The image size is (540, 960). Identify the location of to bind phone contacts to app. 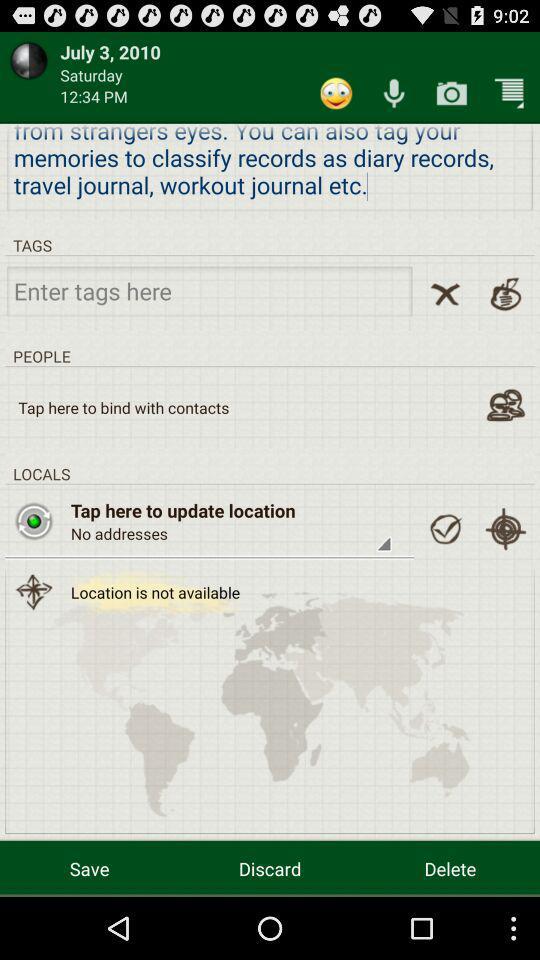
(504, 404).